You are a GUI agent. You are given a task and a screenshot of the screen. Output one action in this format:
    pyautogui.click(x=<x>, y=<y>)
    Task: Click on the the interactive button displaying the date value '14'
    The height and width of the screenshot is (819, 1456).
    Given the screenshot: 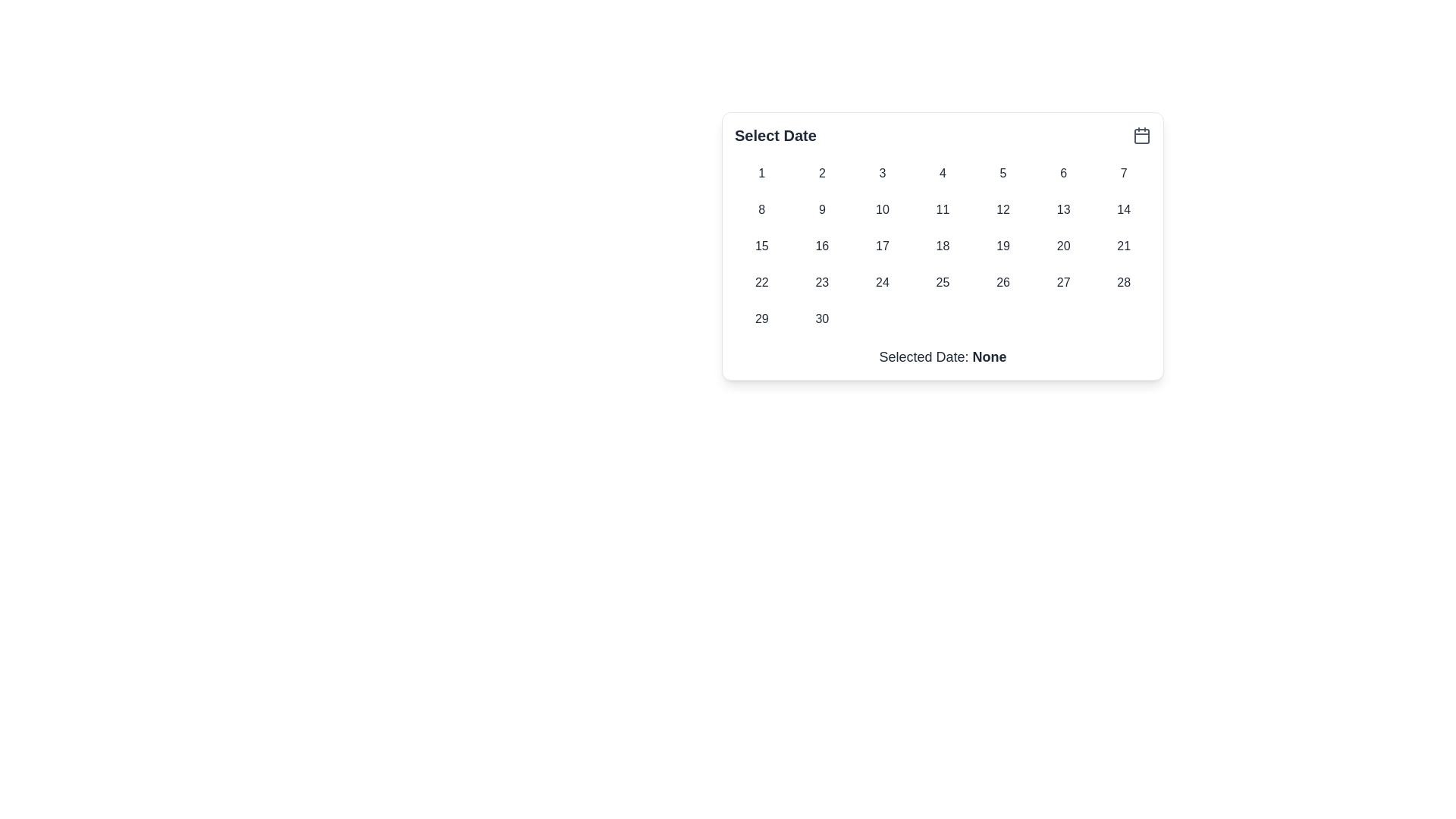 What is the action you would take?
    pyautogui.click(x=1124, y=210)
    